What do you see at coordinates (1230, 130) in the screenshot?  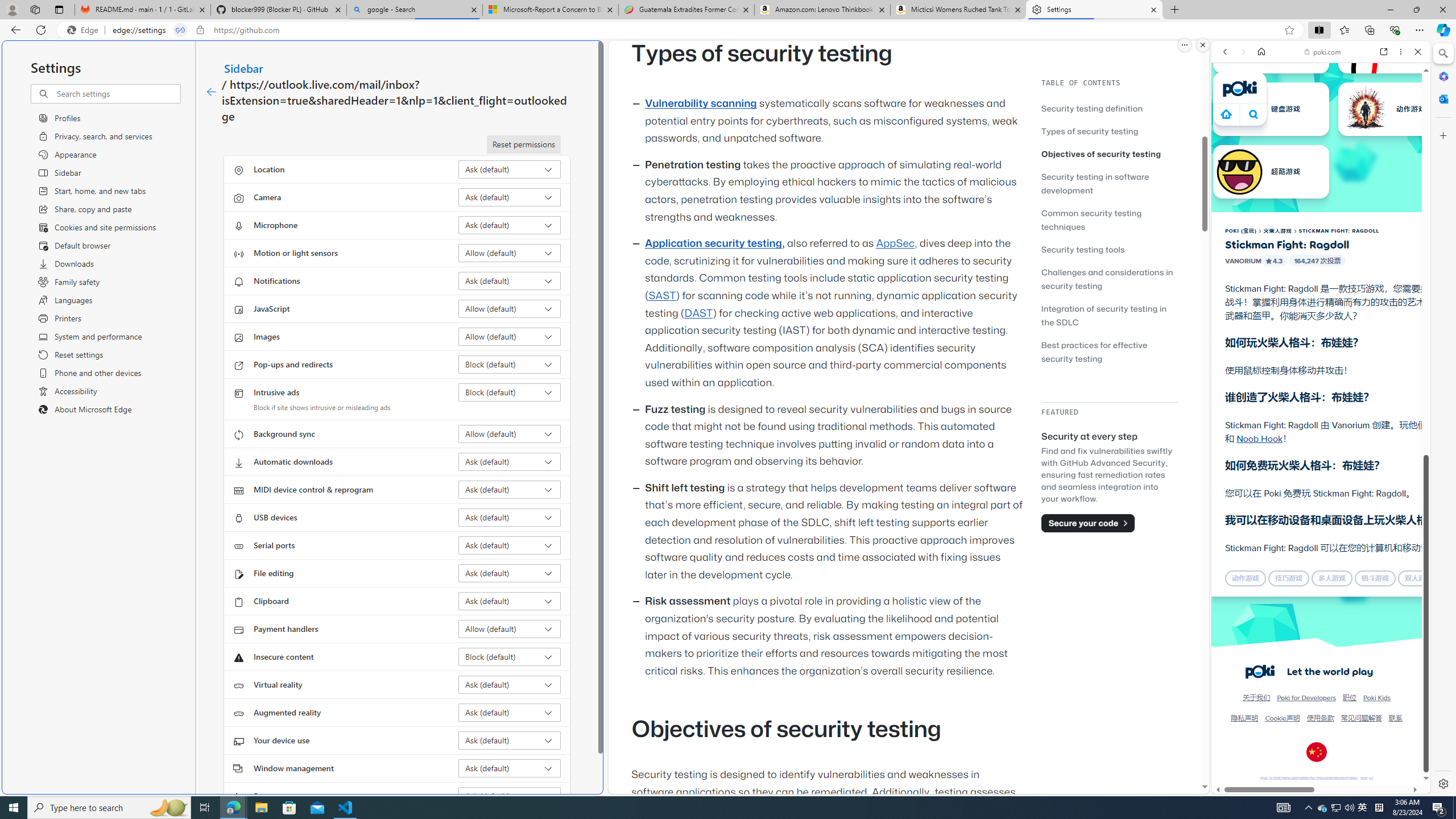 I see `'WEB  '` at bounding box center [1230, 130].